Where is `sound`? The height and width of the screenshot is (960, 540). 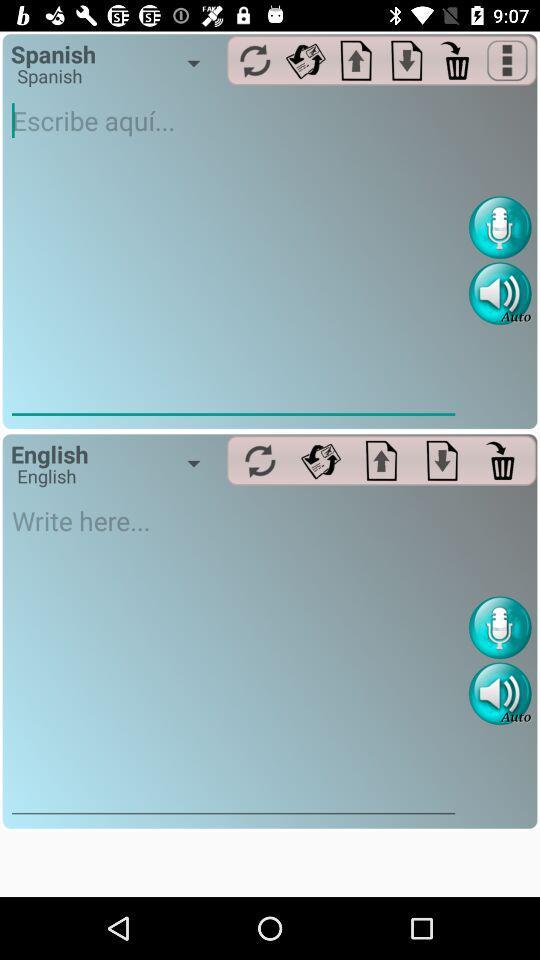 sound is located at coordinates (499, 693).